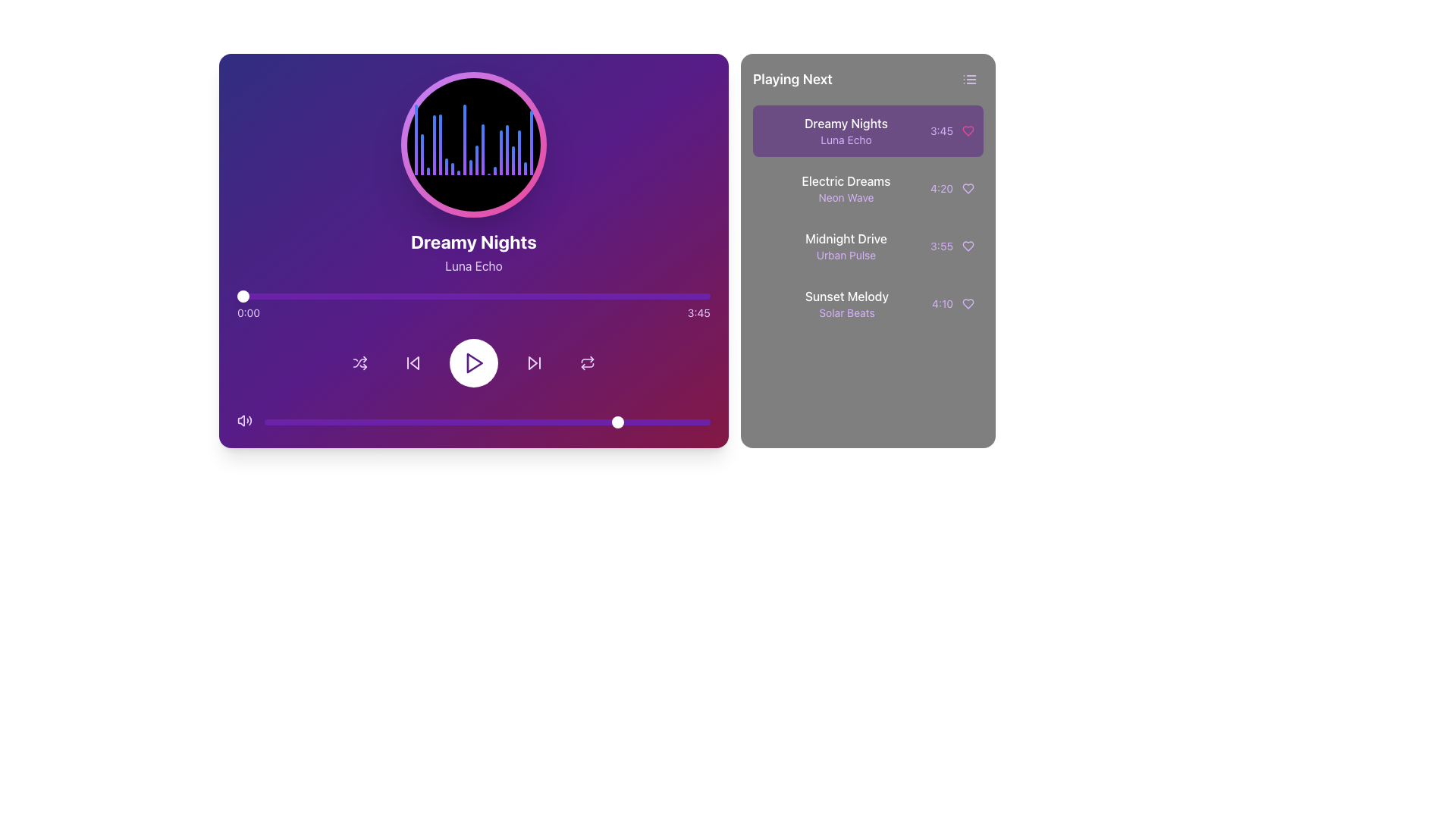 The image size is (1456, 819). I want to click on the text label displaying 'Sunset Melody', so click(846, 296).